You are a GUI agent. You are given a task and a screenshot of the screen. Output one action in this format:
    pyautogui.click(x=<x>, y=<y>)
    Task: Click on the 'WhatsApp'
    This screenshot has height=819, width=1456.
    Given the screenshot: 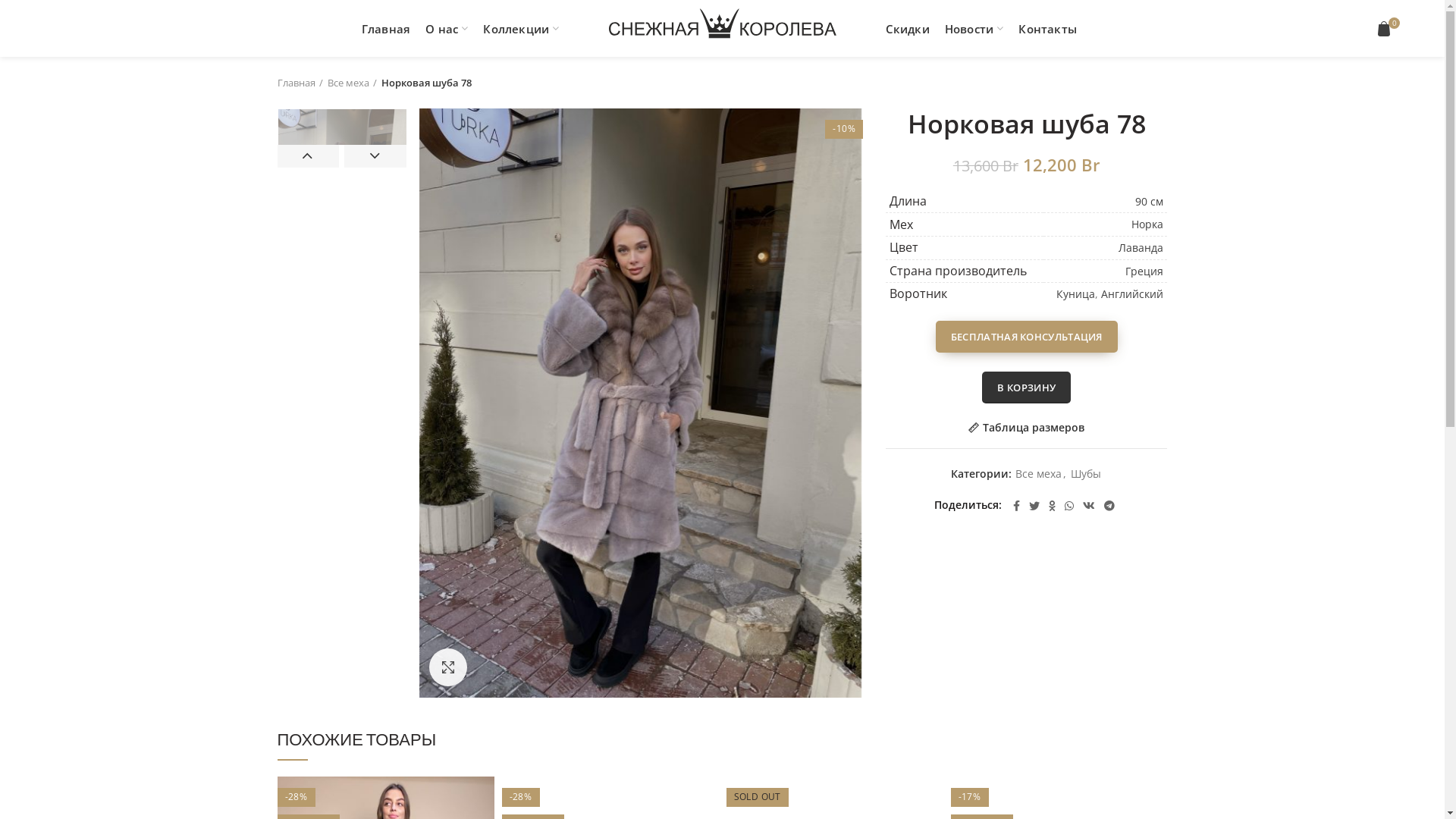 What is the action you would take?
    pyautogui.click(x=1059, y=506)
    